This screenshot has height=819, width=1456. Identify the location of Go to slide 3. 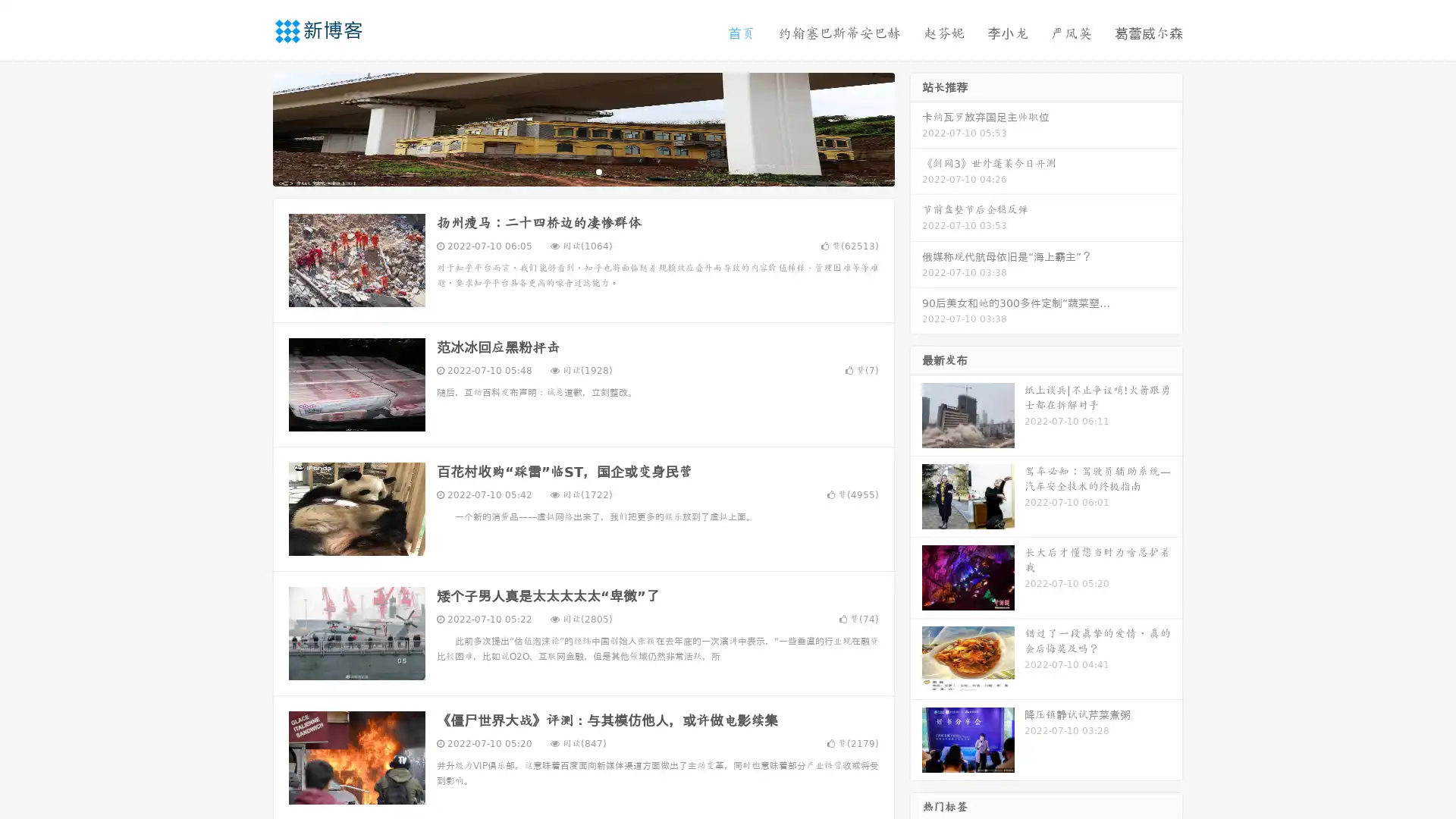
(598, 171).